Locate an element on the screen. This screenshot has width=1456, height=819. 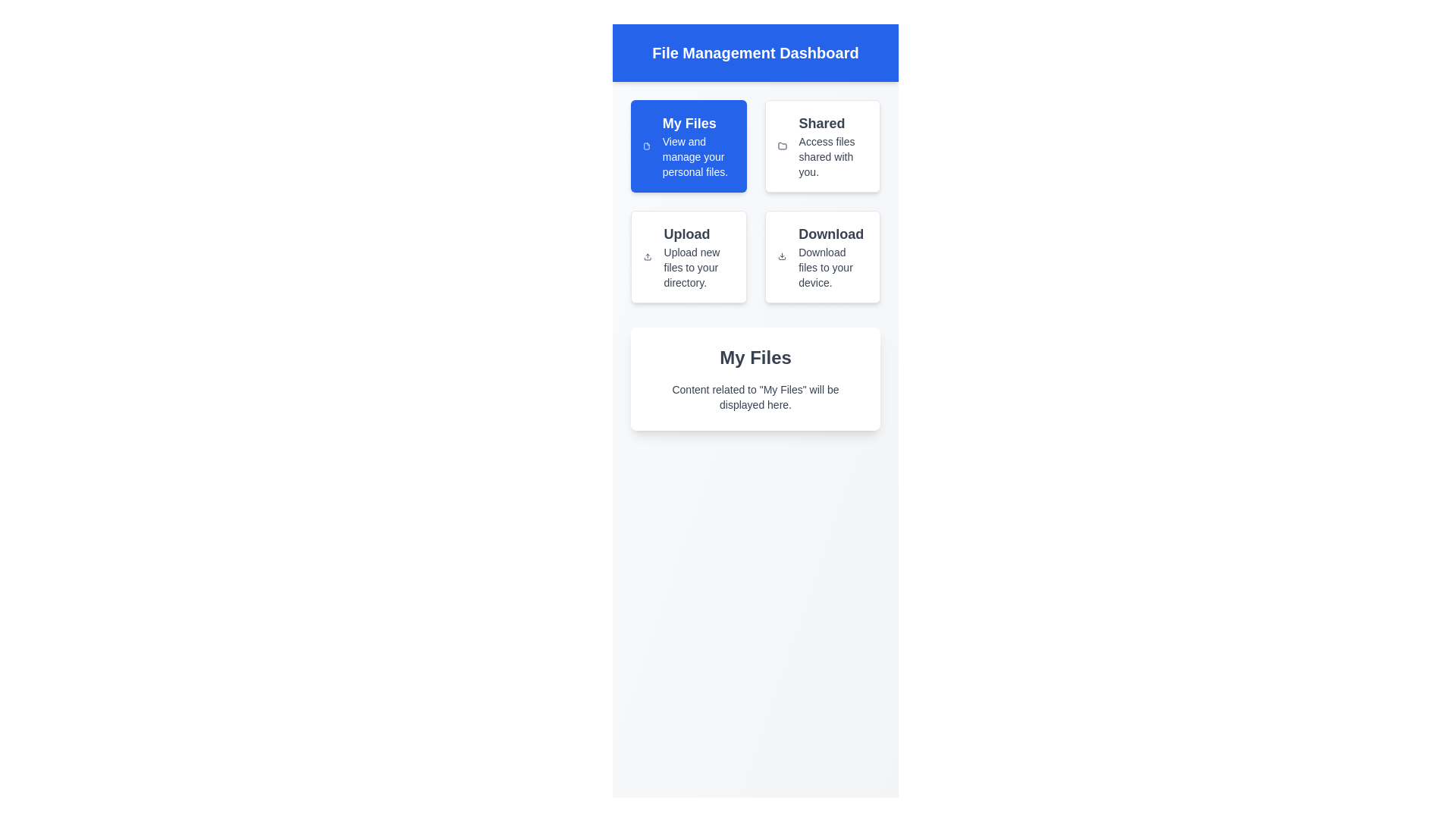
the title text of the card that indicates the primary action of downloading files, located in the second column of the second row of the grid layout is located at coordinates (832, 234).